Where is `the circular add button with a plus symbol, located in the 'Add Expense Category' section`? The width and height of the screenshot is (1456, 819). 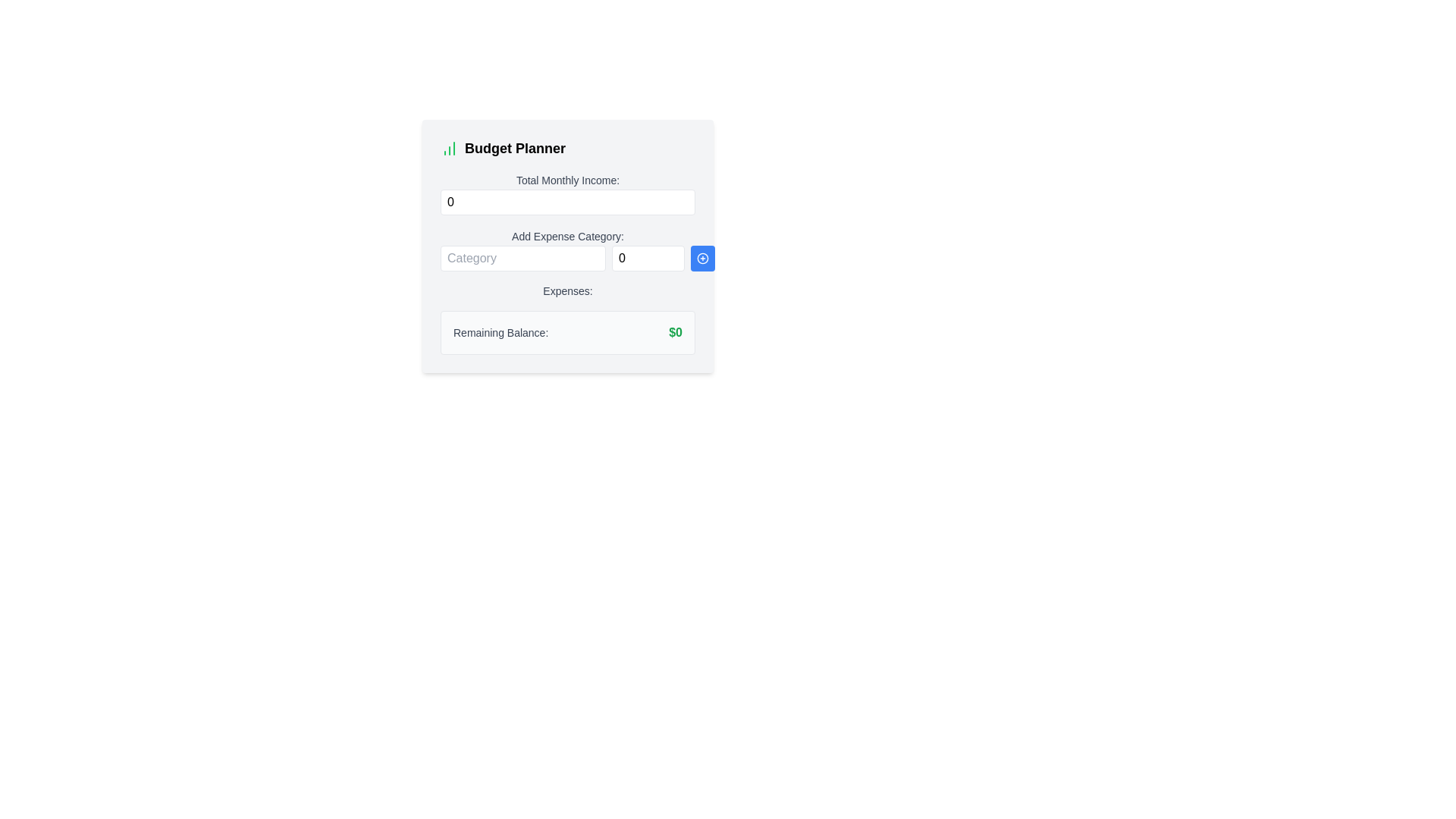 the circular add button with a plus symbol, located in the 'Add Expense Category' section is located at coordinates (701, 257).